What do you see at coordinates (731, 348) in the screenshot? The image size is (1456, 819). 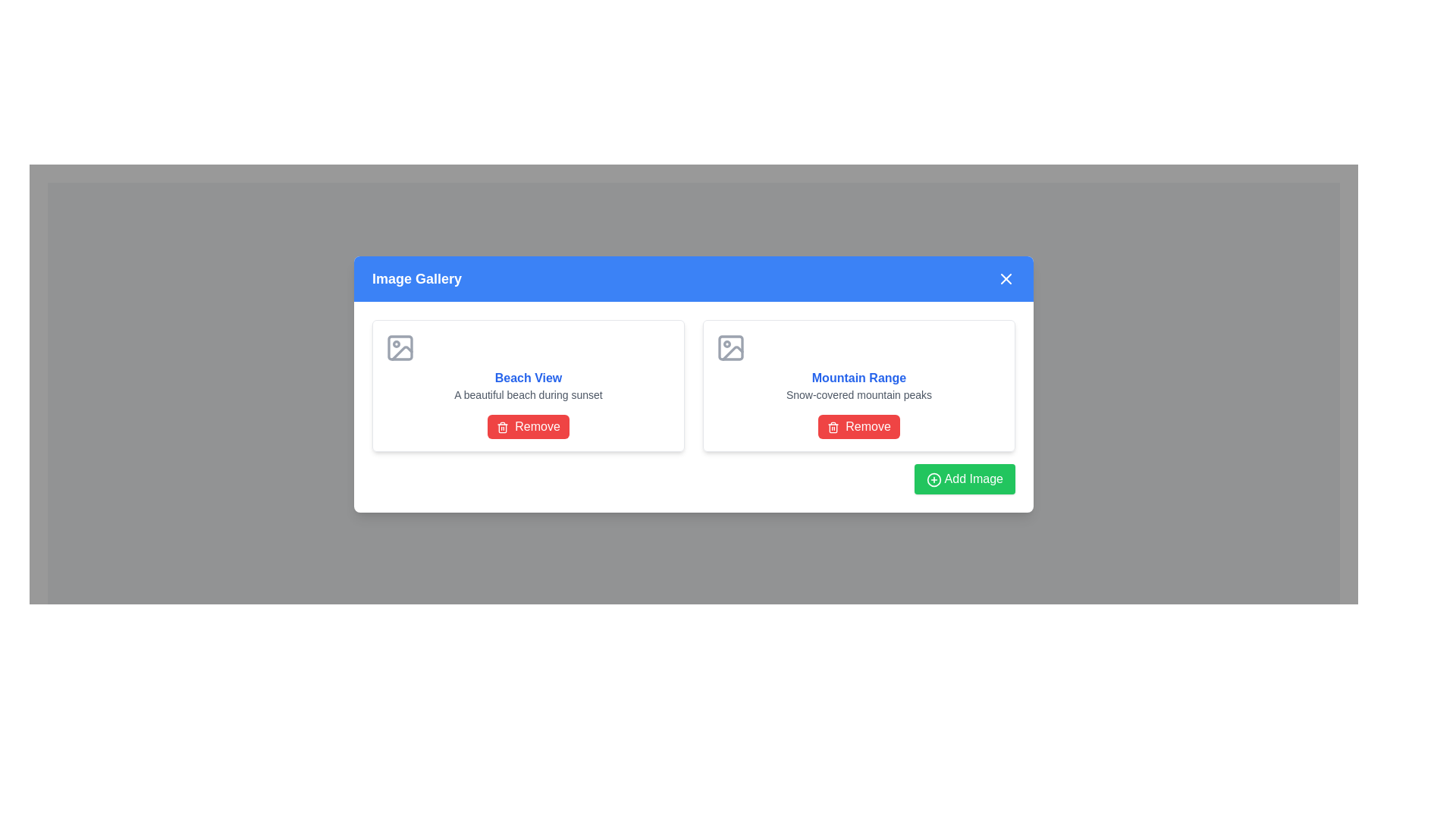 I see `the small rectangular SVG subcomponent with rounded corners located in the top-left corner of the 'Mountain Range' card's image placeholder` at bounding box center [731, 348].